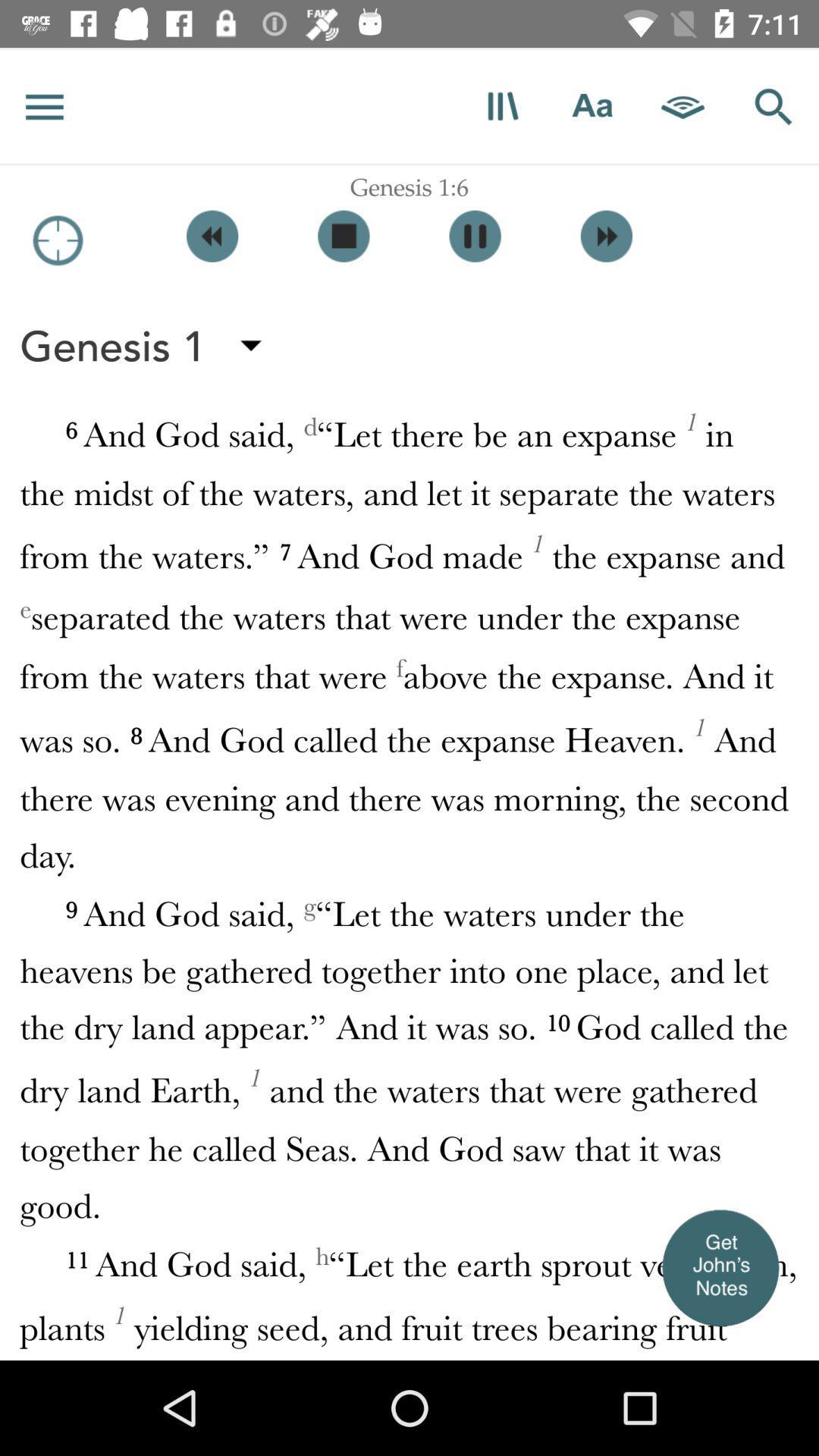 This screenshot has width=819, height=1456. I want to click on open up author 's notes, so click(719, 1267).